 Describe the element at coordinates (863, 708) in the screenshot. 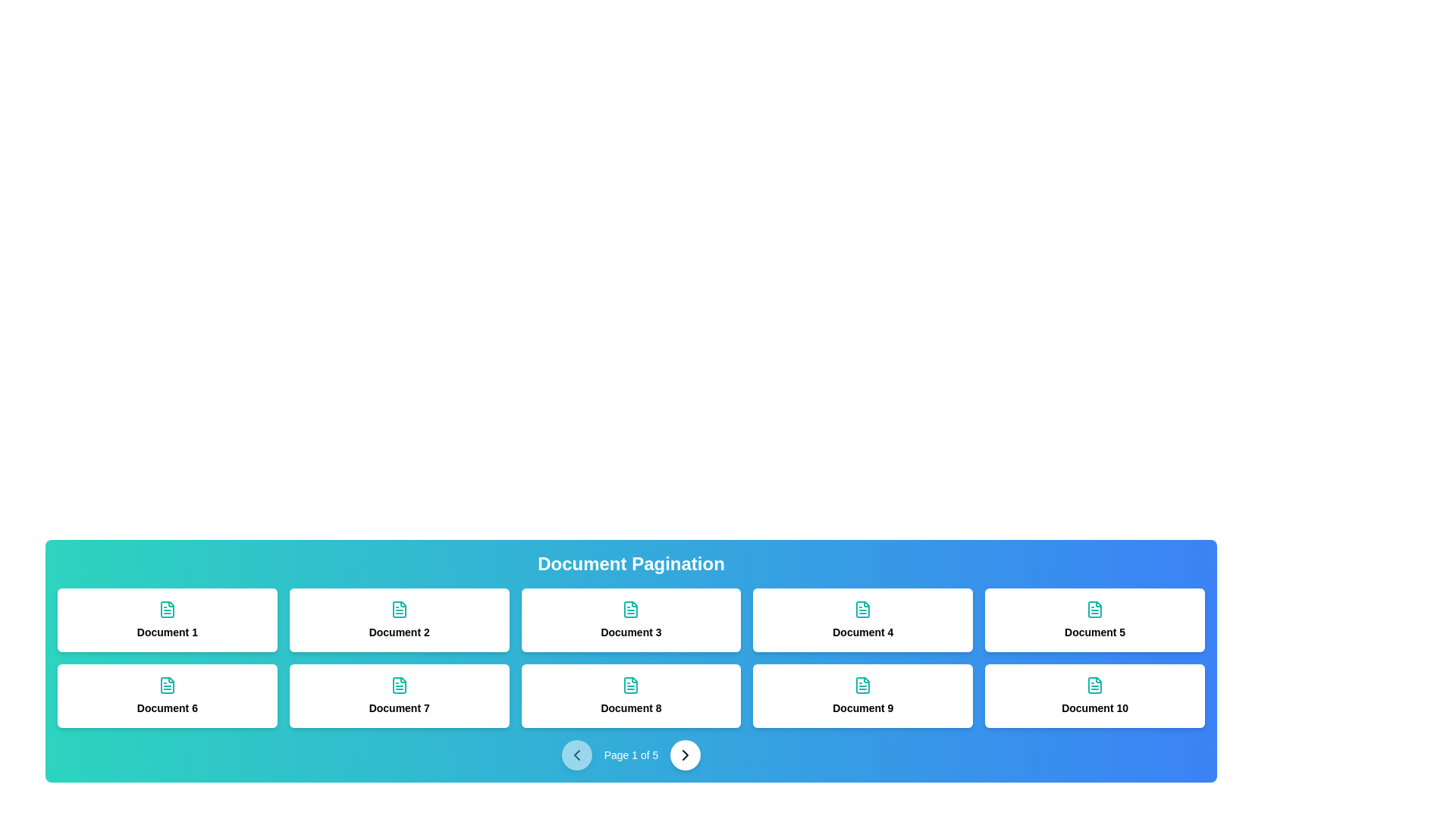

I see `the label displaying 'Document 9' located in the second row and second position of a grid layout in the document viewer` at that location.